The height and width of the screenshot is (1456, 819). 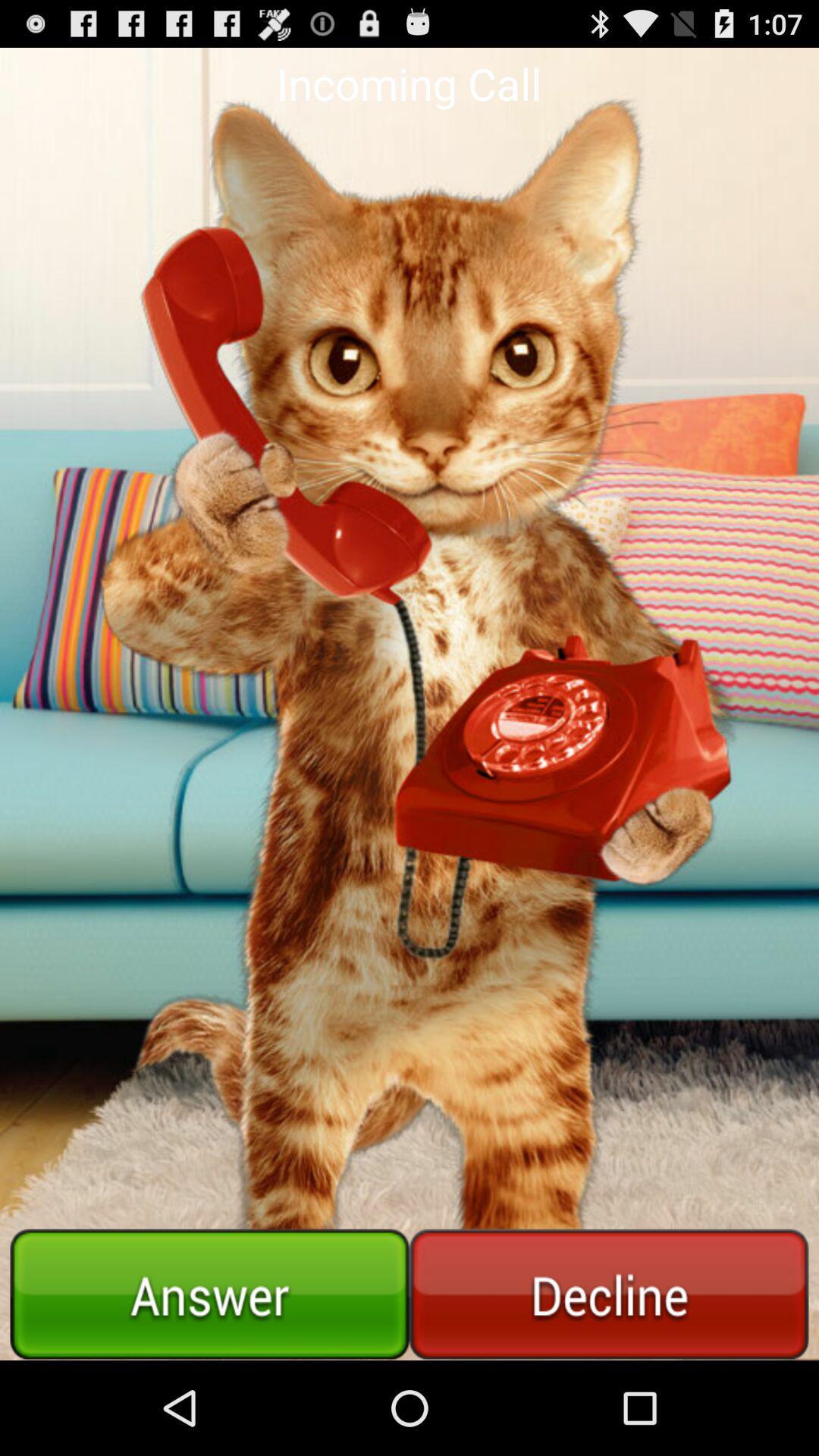 What do you see at coordinates (209, 1294) in the screenshot?
I see `answer the phone` at bounding box center [209, 1294].